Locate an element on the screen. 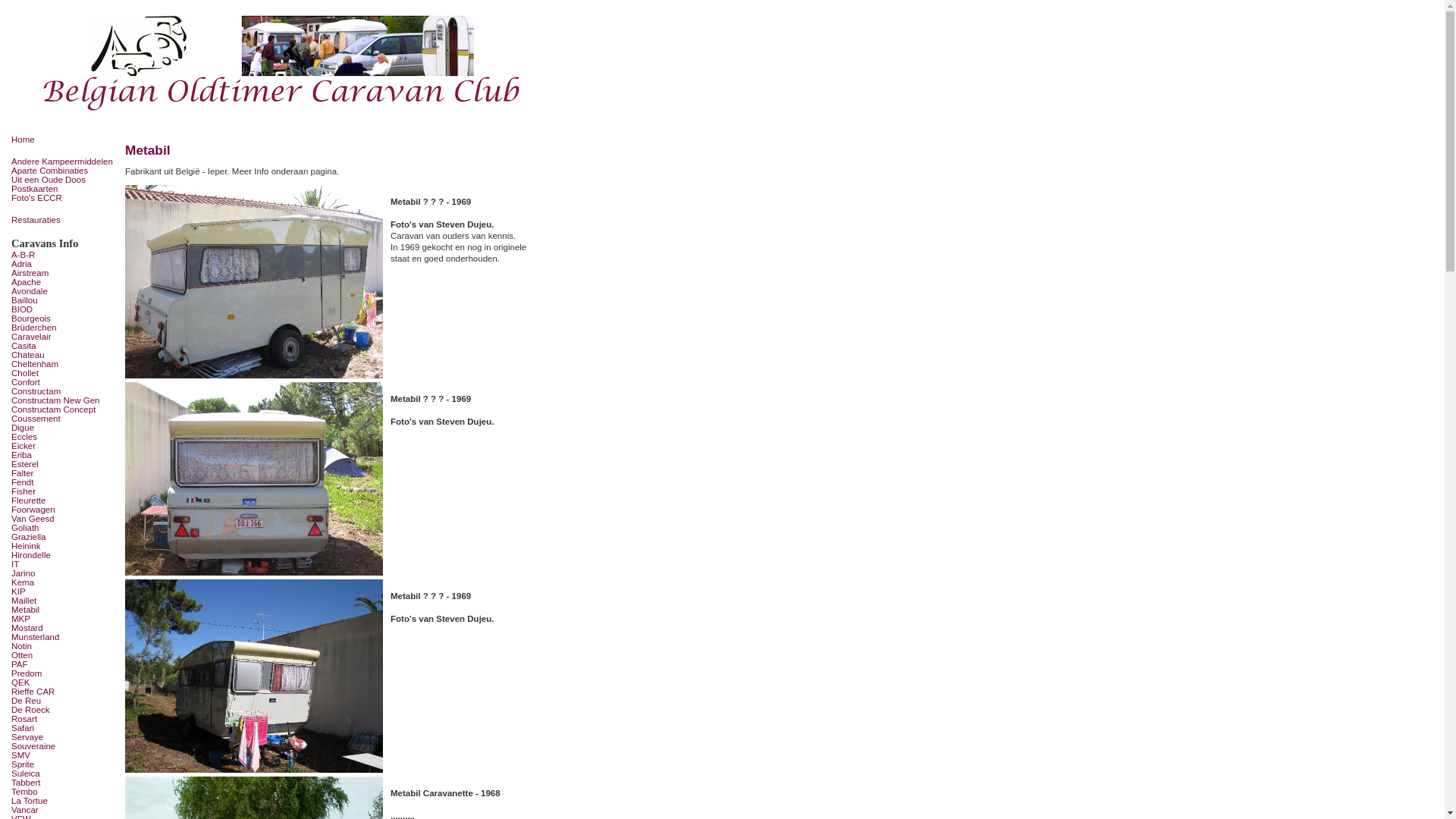 Image resolution: width=1456 pixels, height=819 pixels. 'Confort' is located at coordinates (64, 381).